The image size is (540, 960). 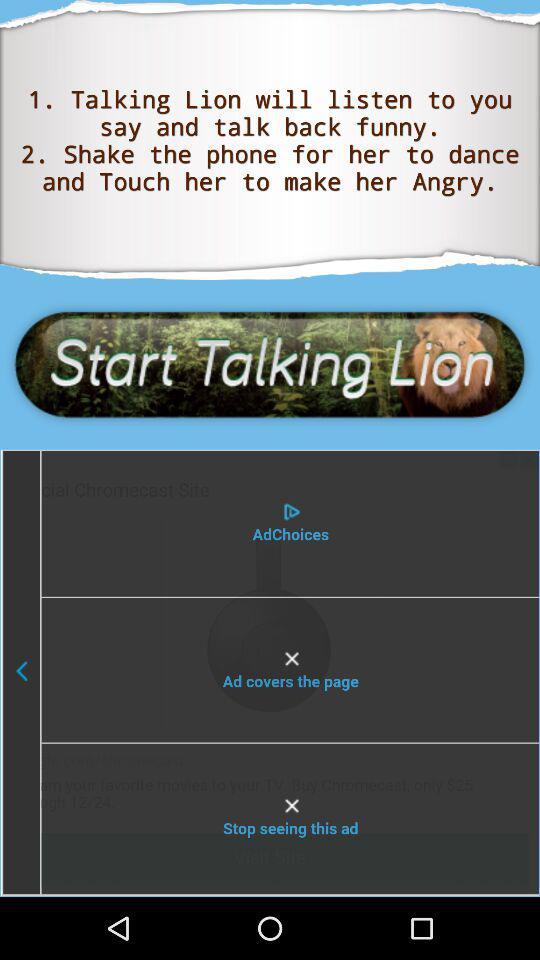 What do you see at coordinates (270, 363) in the screenshot?
I see `start app` at bounding box center [270, 363].